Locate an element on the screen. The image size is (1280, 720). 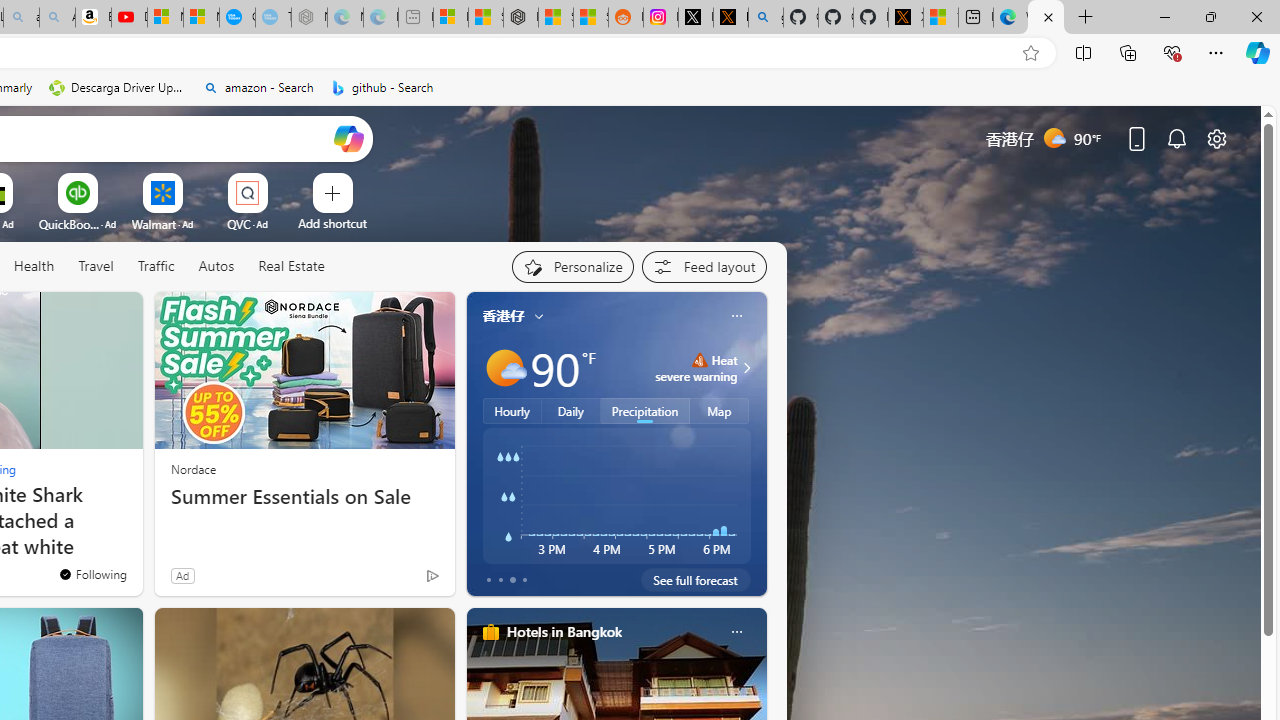
'Hotels in Bangkok' is located at coordinates (562, 631).